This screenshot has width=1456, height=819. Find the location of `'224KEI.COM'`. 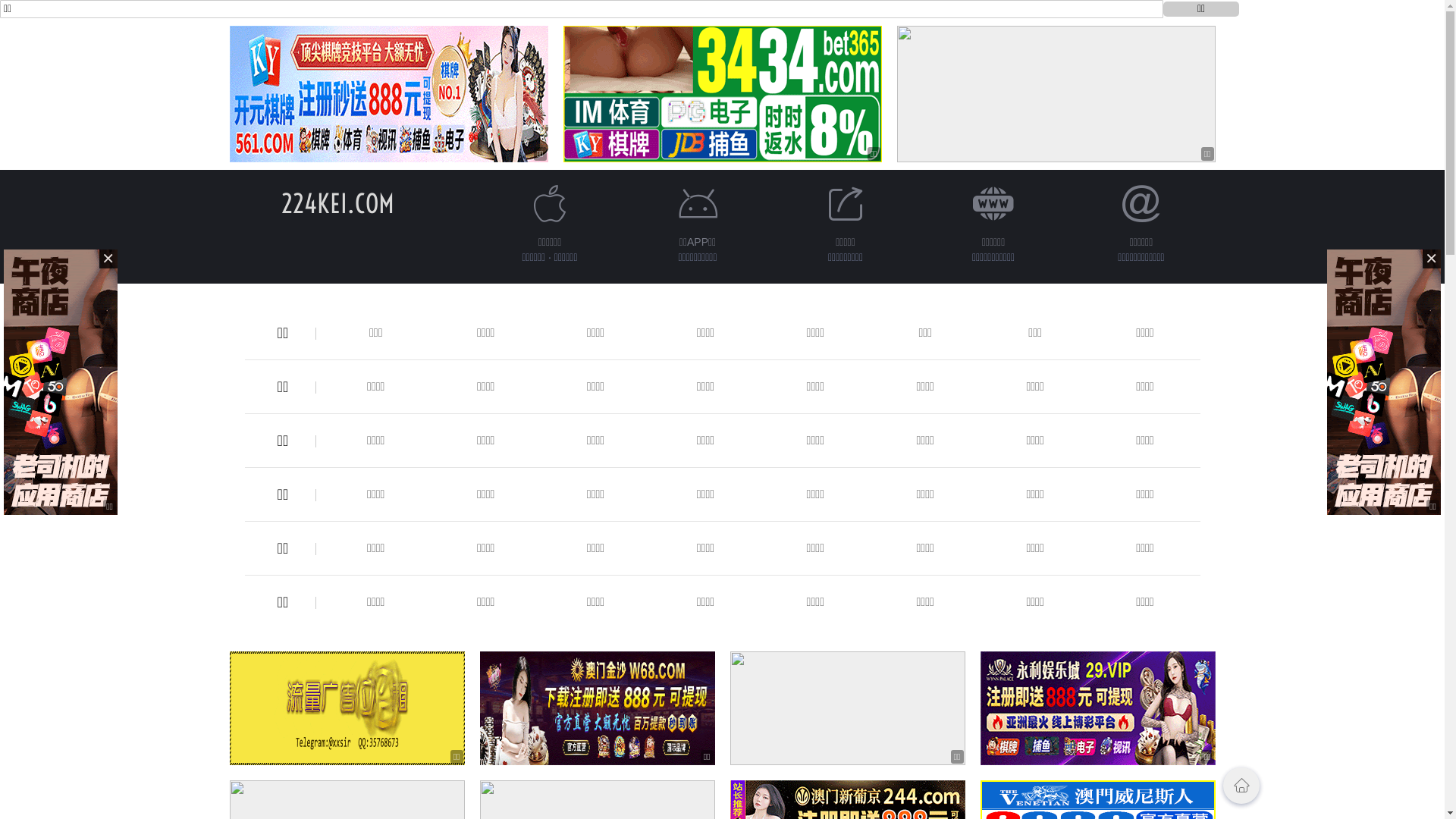

'224KEI.COM' is located at coordinates (337, 202).